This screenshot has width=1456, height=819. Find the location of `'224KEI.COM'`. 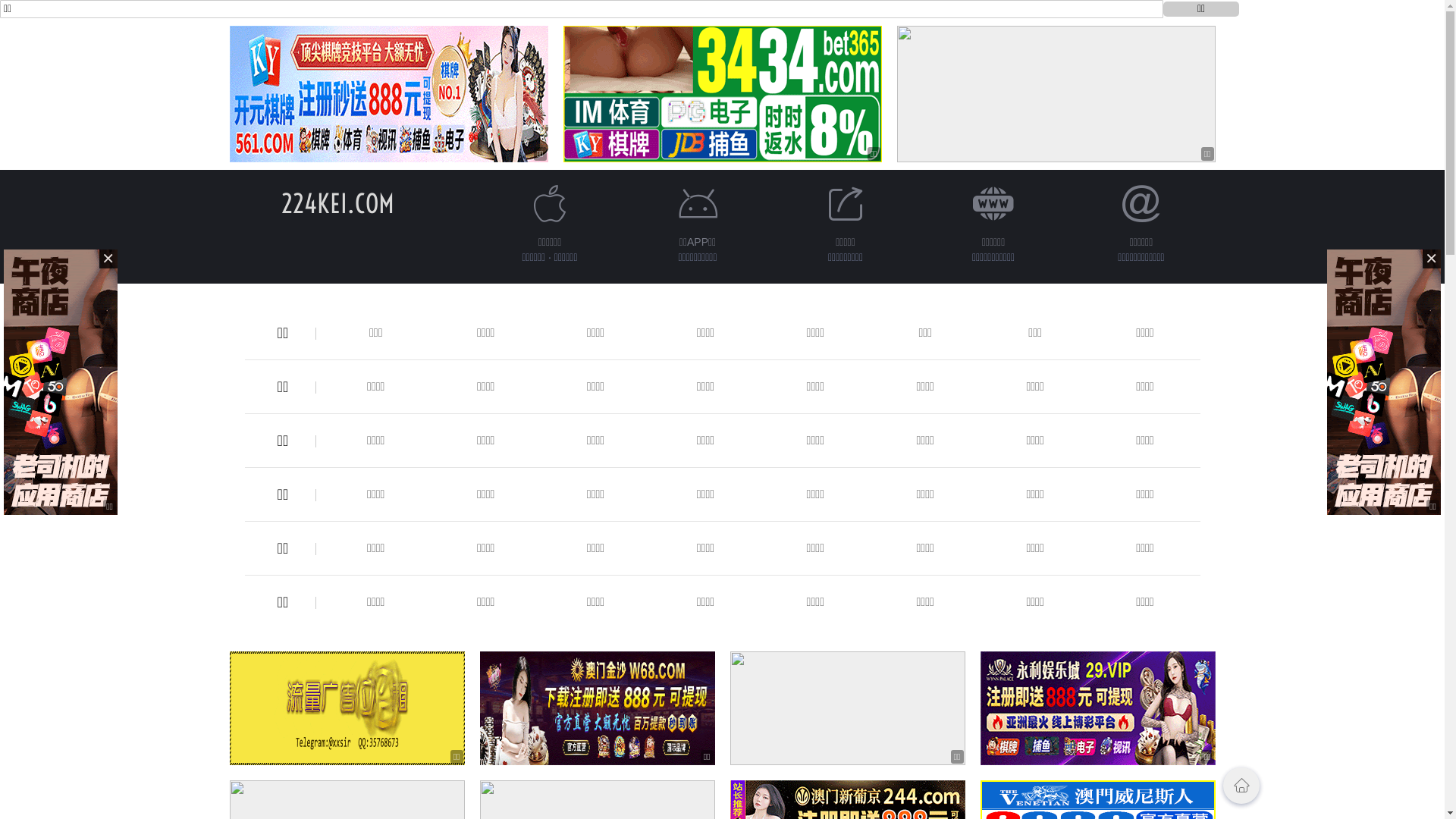

'224KEI.COM' is located at coordinates (337, 202).